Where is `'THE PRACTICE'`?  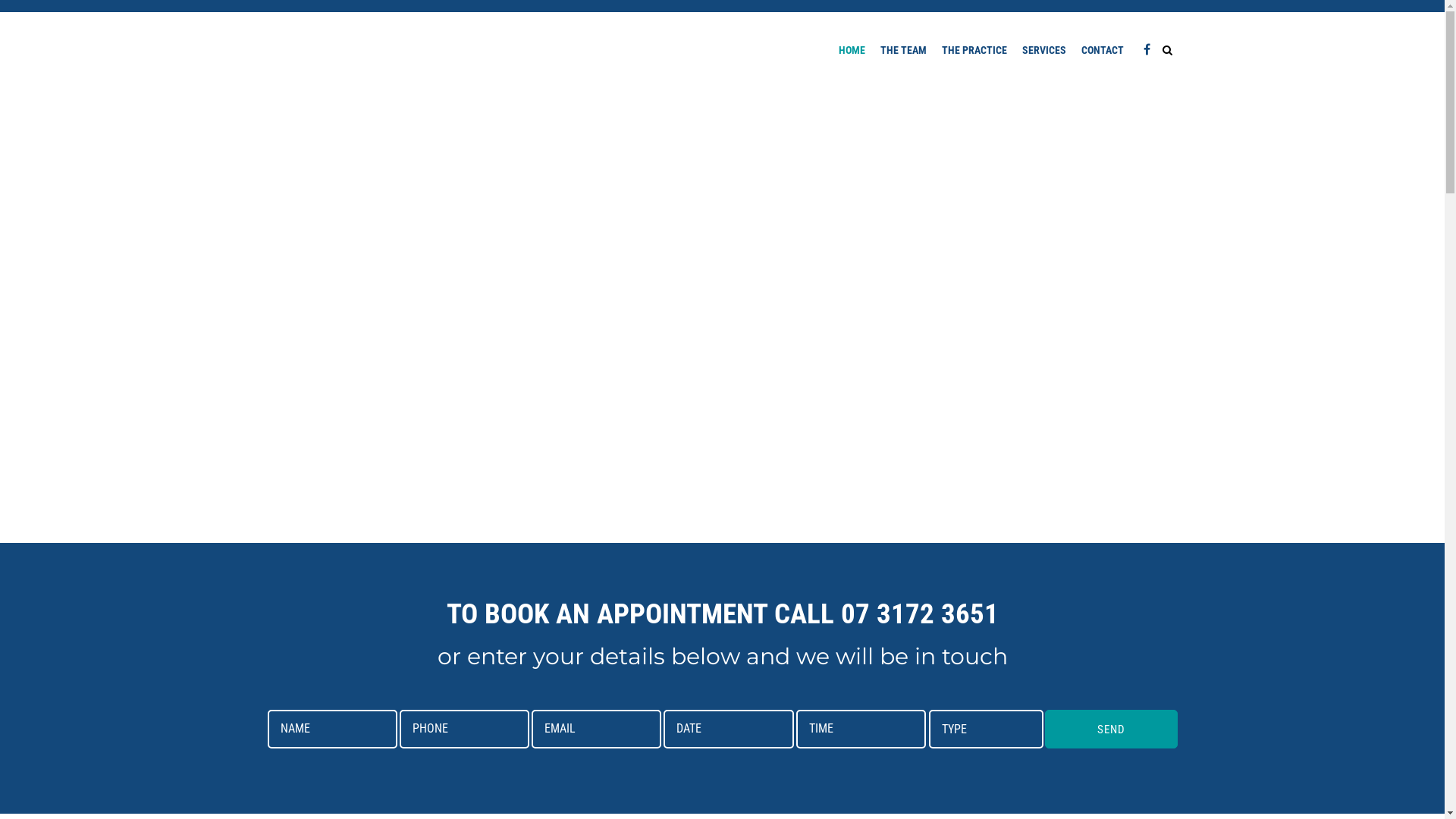 'THE PRACTICE' is located at coordinates (974, 49).